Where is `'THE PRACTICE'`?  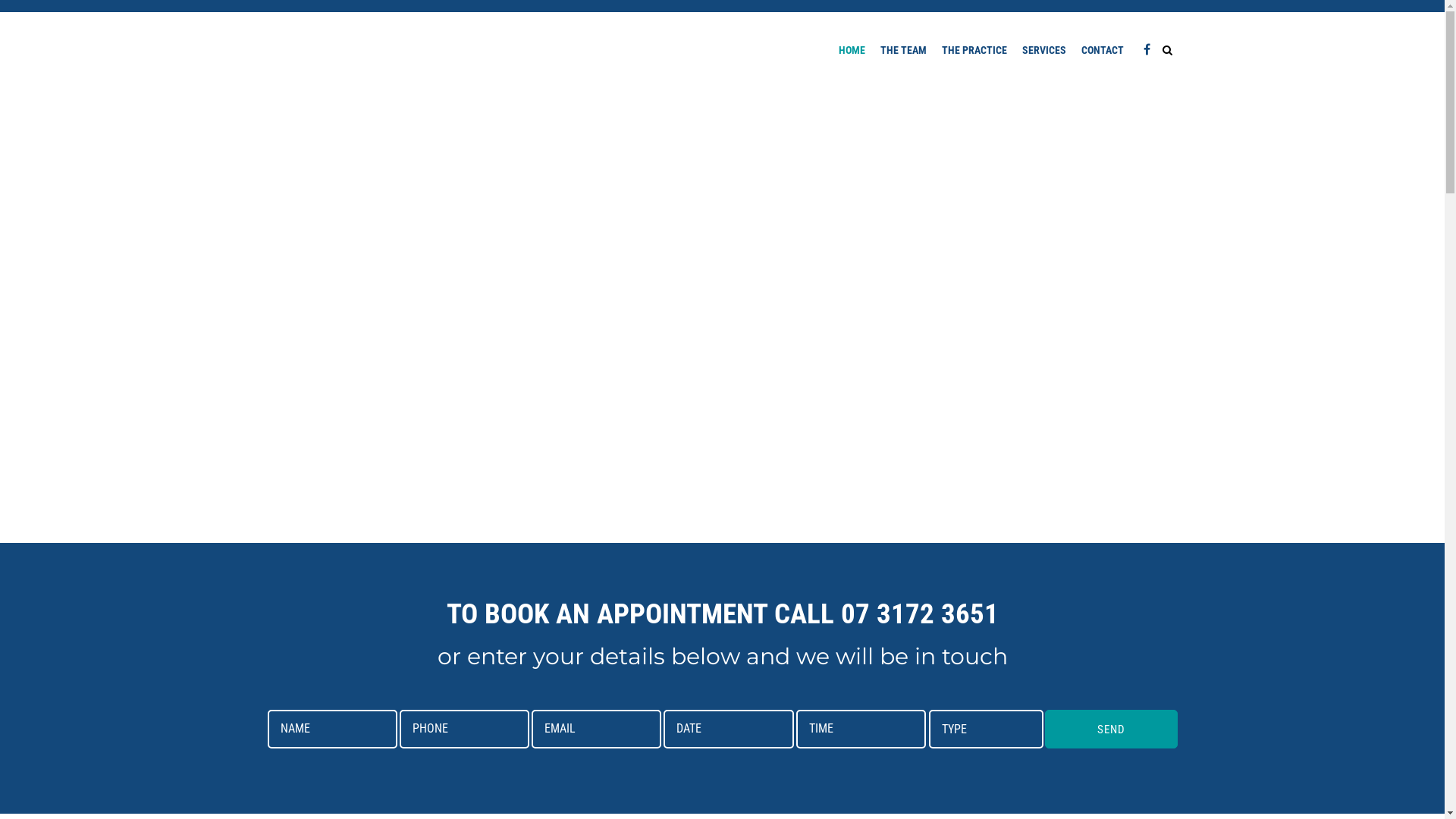 'THE PRACTICE' is located at coordinates (974, 49).